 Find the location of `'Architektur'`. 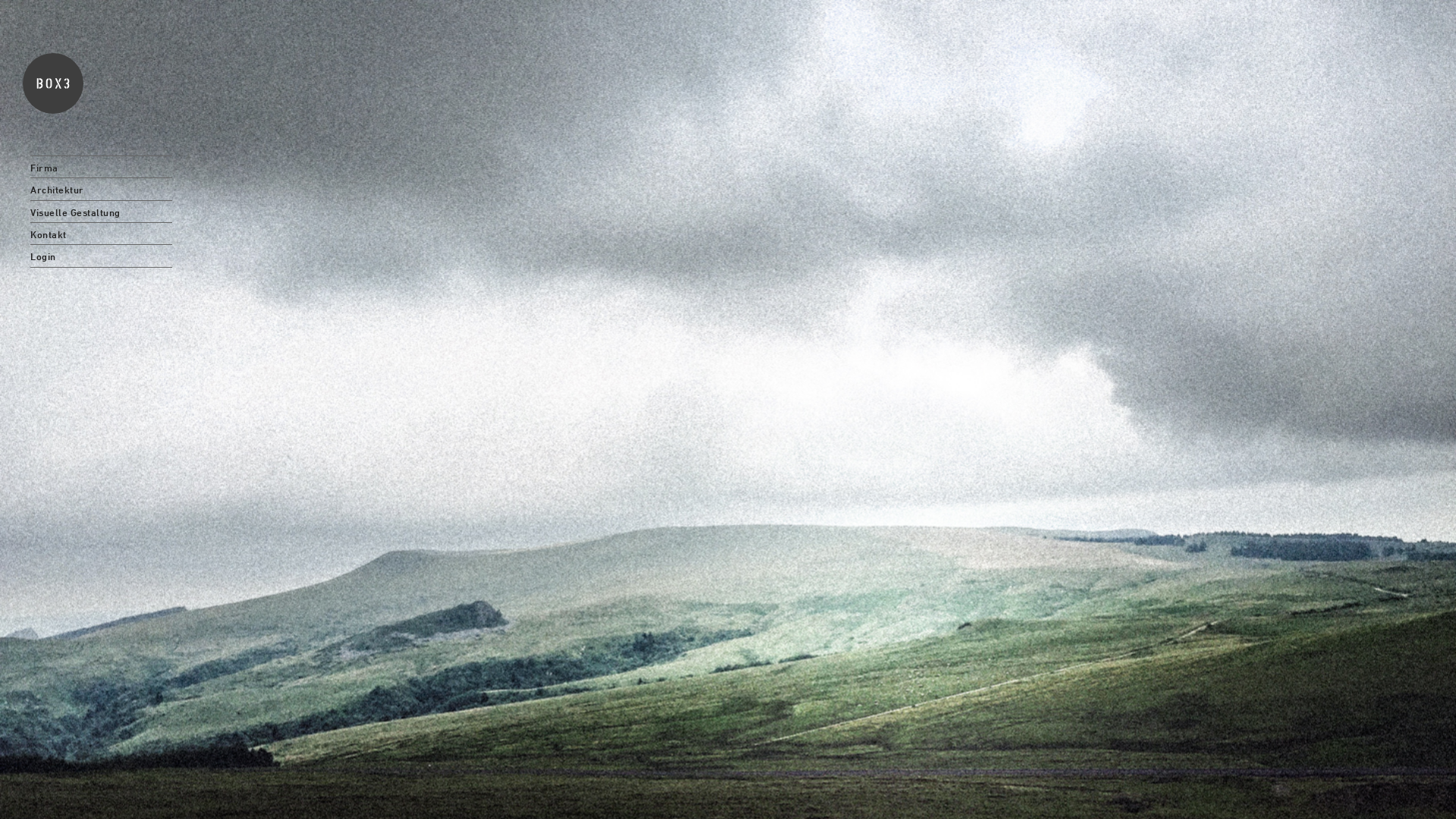

'Architektur' is located at coordinates (100, 188).